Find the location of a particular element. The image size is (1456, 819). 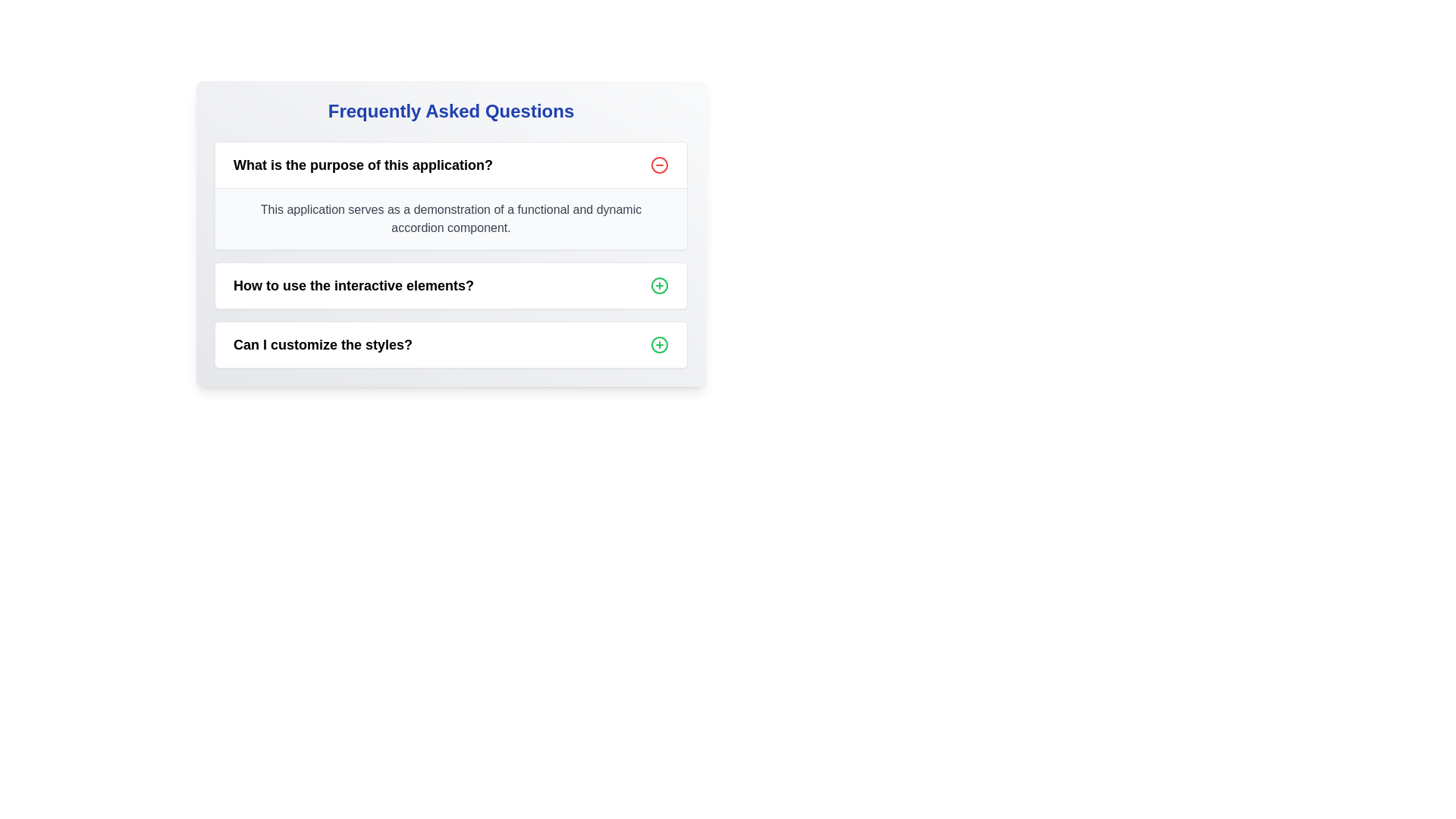

the Text label that provides a title or question in the FAQ section, located between the questions 'What is the purpose of this application?' and 'Can I customize the styles?' is located at coordinates (353, 286).